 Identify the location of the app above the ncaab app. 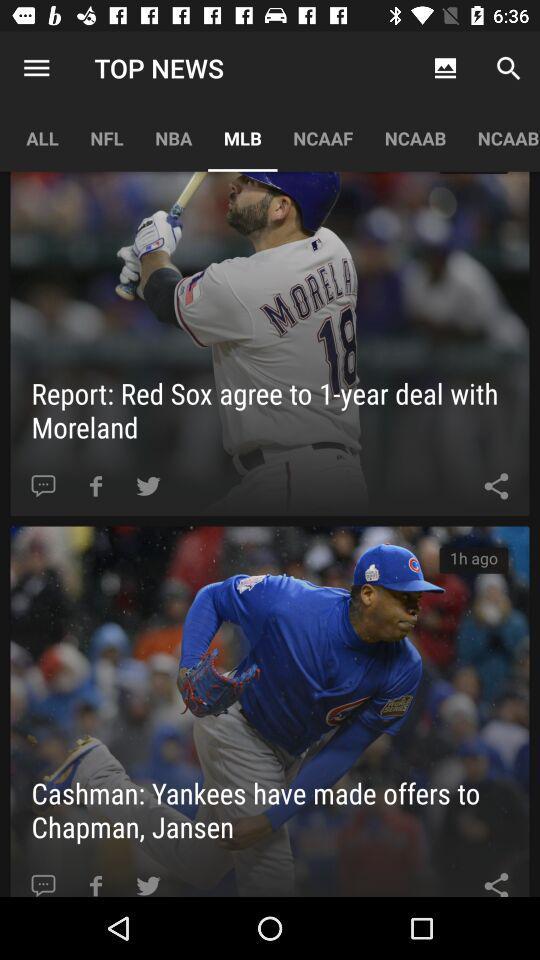
(445, 68).